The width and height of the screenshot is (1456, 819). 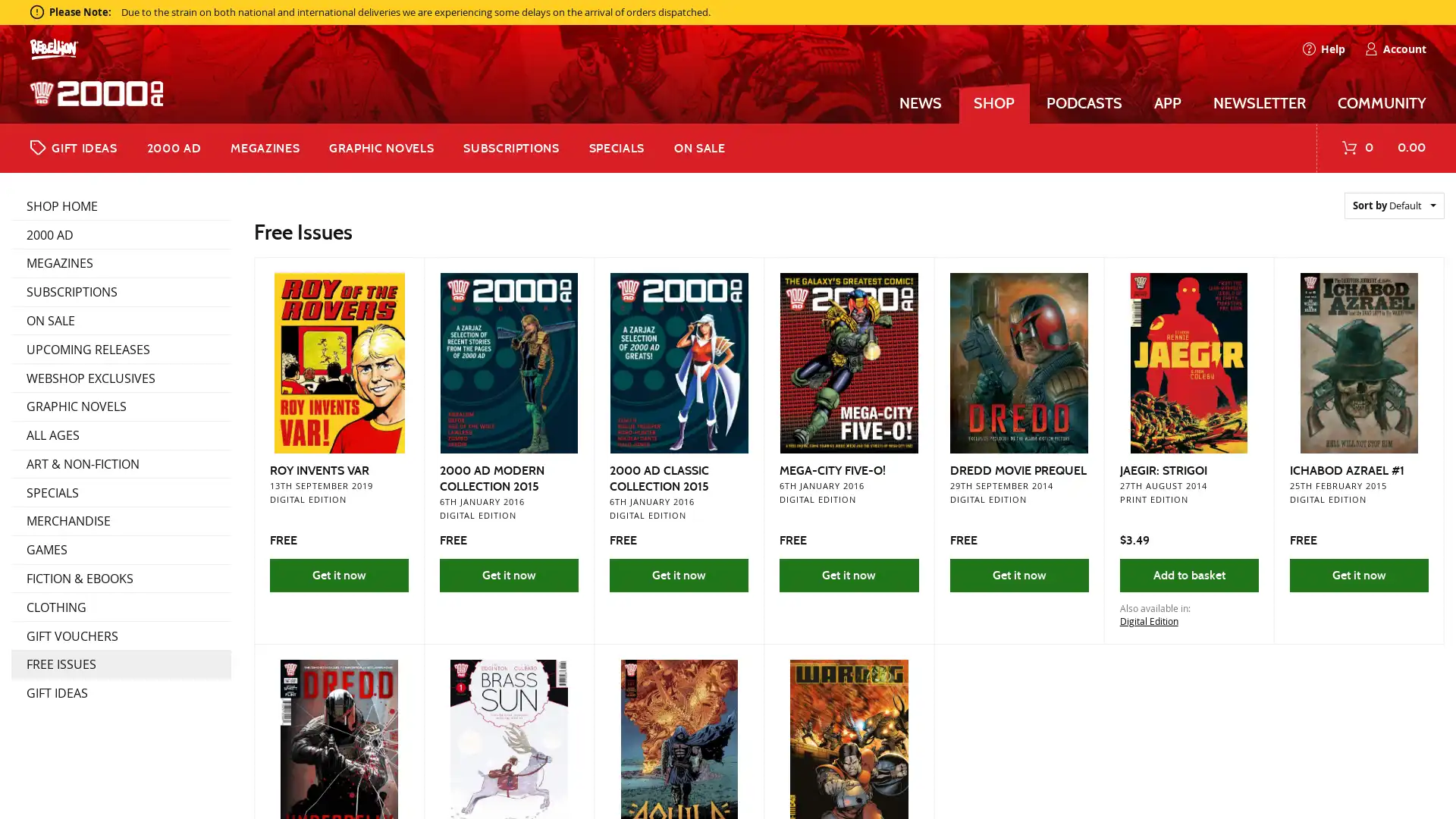 What do you see at coordinates (678, 575) in the screenshot?
I see `Get it now` at bounding box center [678, 575].